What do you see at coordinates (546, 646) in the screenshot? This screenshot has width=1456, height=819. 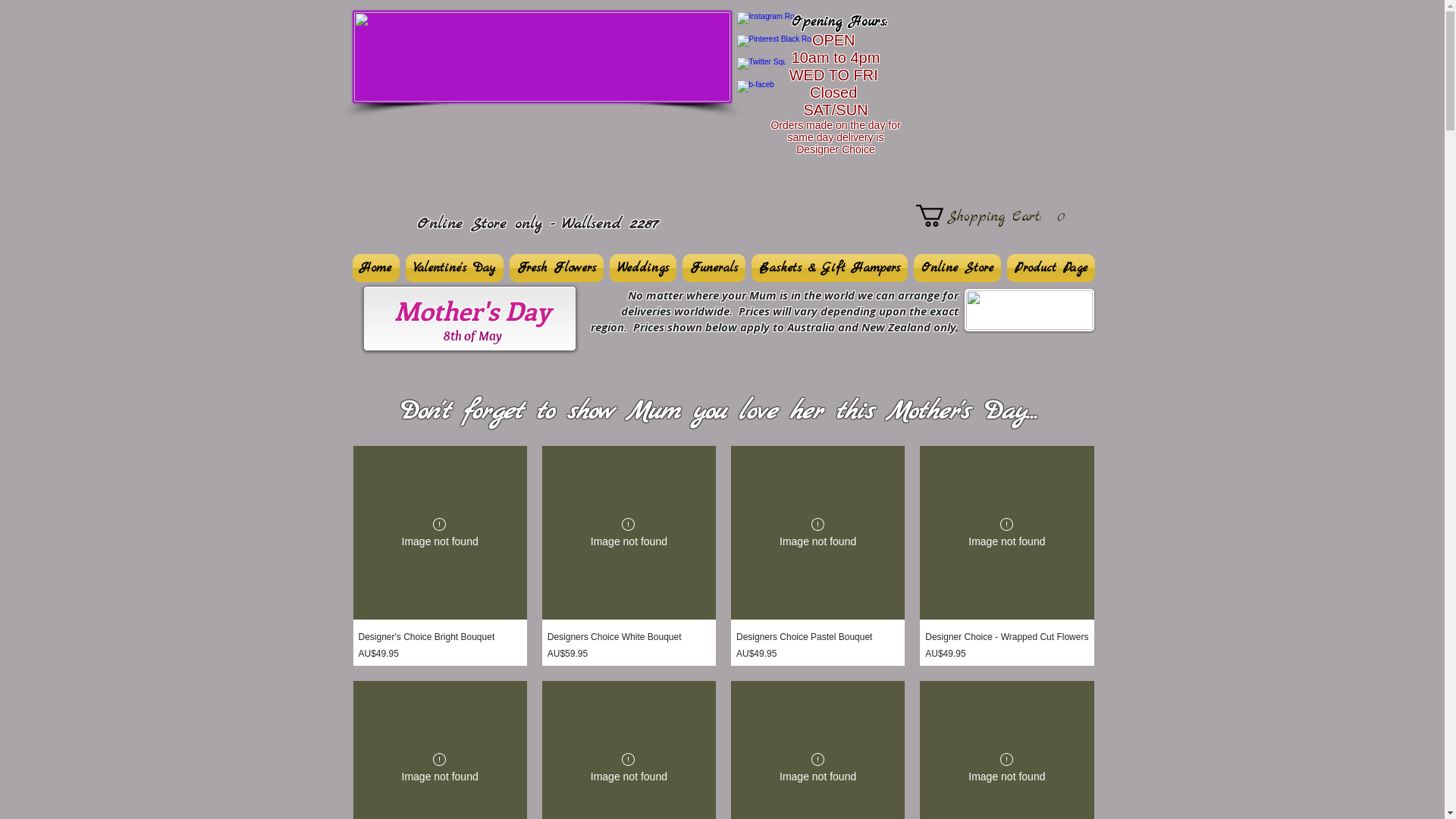 I see `'Designers Choice White Bouquet` at bounding box center [546, 646].